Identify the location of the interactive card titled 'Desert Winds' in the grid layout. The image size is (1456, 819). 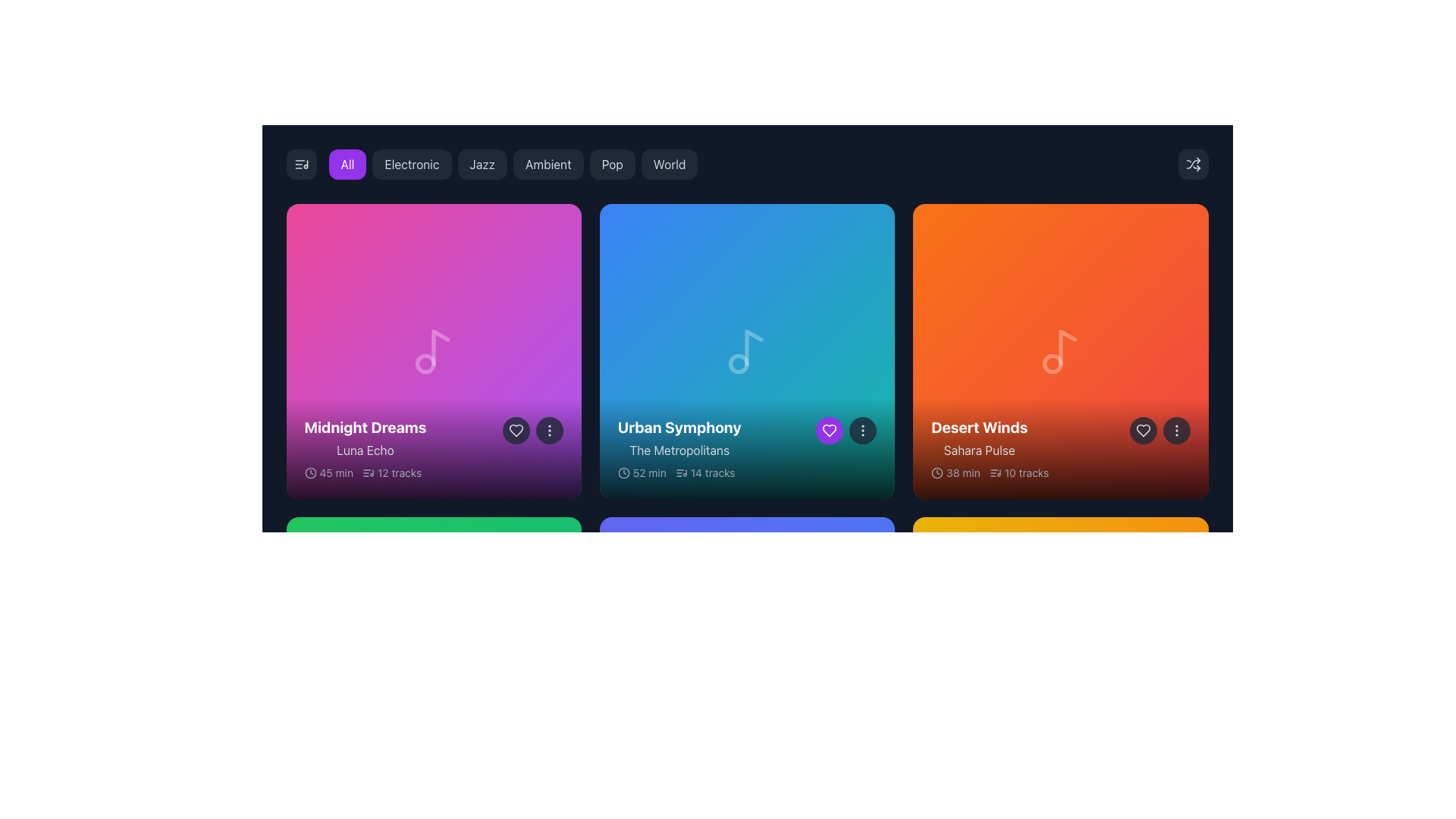
(1059, 351).